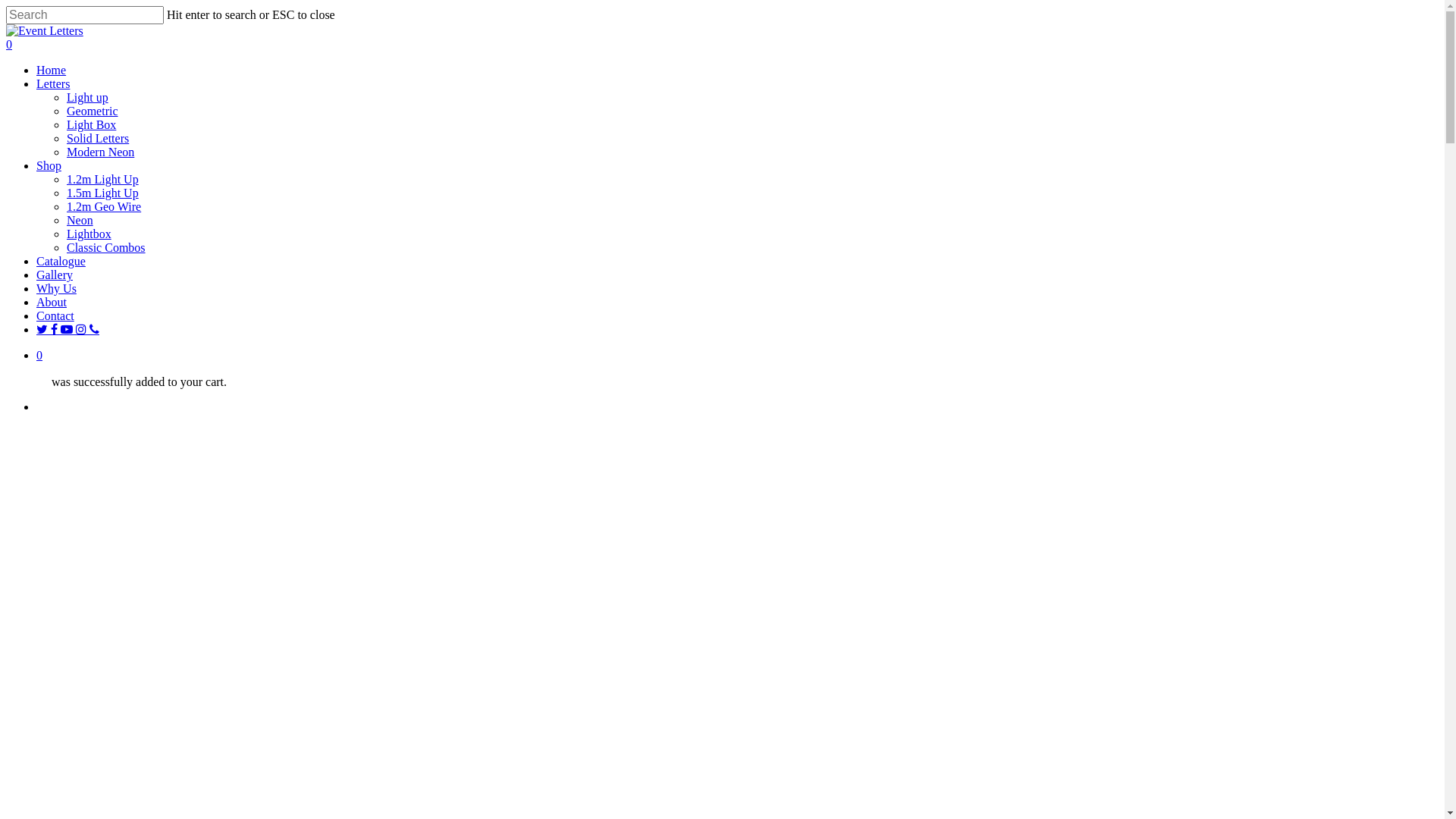 This screenshot has height=819, width=1456. What do you see at coordinates (51, 70) in the screenshot?
I see `'Home'` at bounding box center [51, 70].